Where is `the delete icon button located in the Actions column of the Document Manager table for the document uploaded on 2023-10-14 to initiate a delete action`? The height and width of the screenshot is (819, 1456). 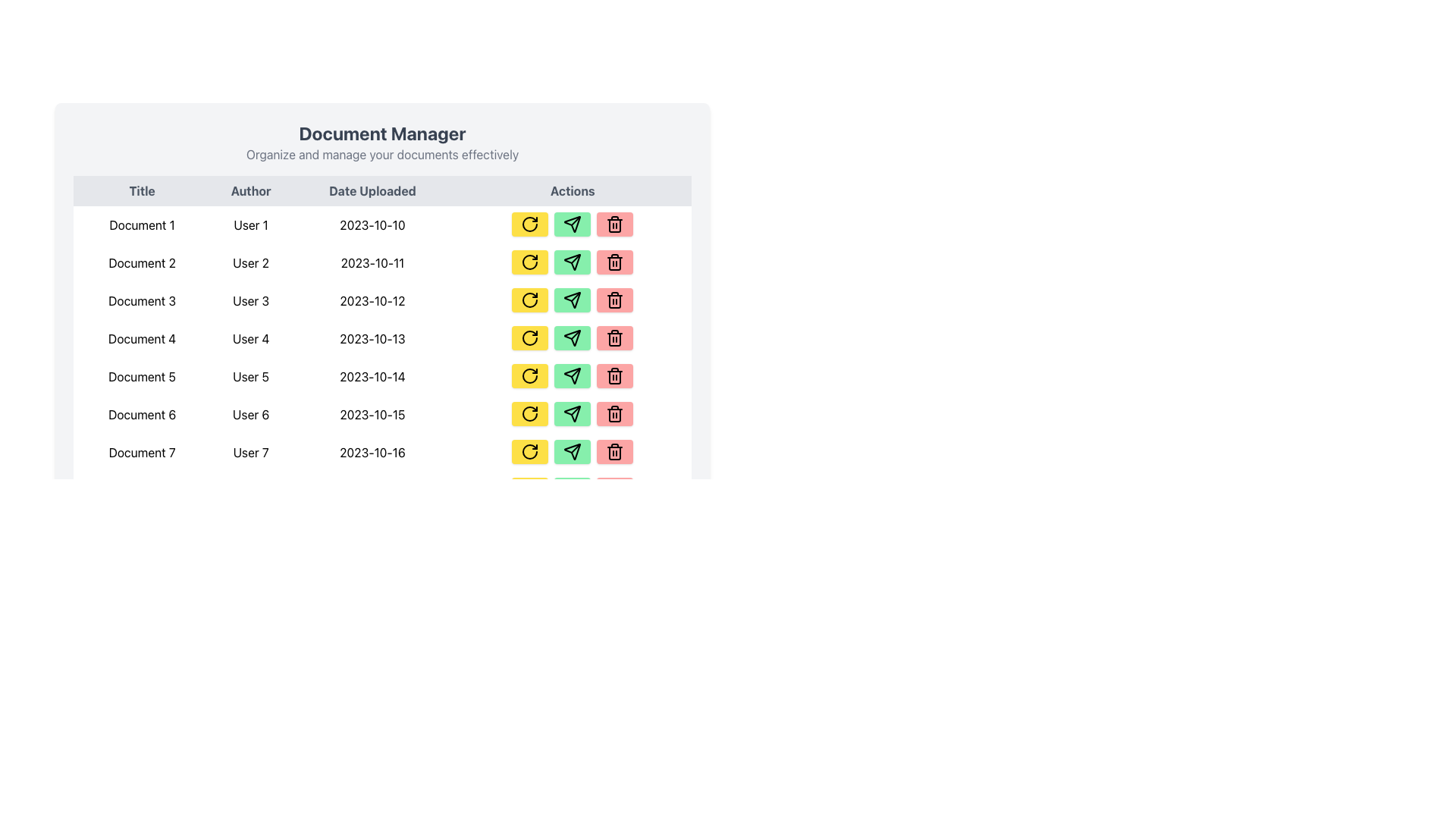
the delete icon button located in the Actions column of the Document Manager table for the document uploaded on 2023-10-14 to initiate a delete action is located at coordinates (615, 375).